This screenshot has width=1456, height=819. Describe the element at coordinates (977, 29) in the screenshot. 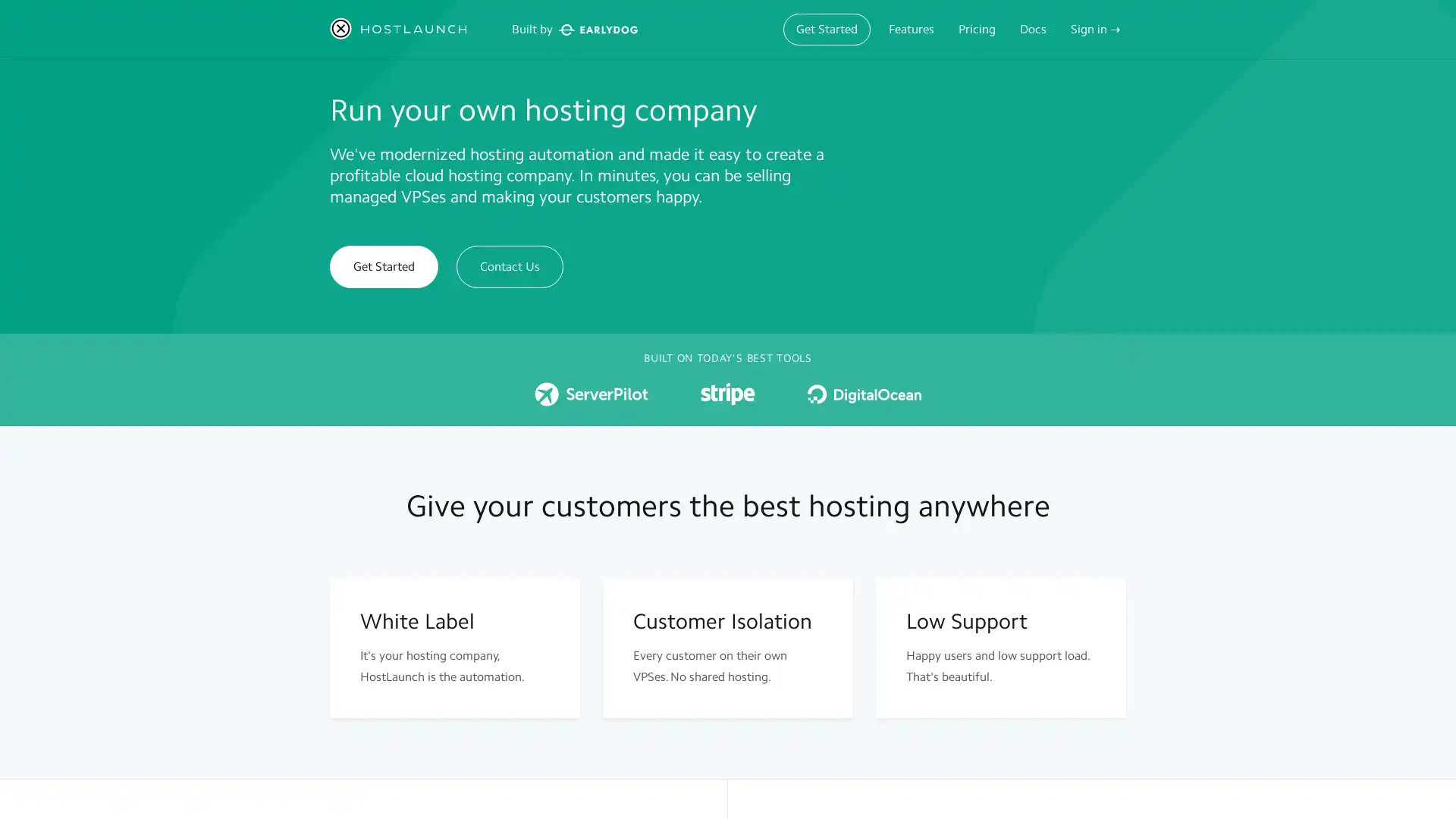

I see `Pricing` at that location.